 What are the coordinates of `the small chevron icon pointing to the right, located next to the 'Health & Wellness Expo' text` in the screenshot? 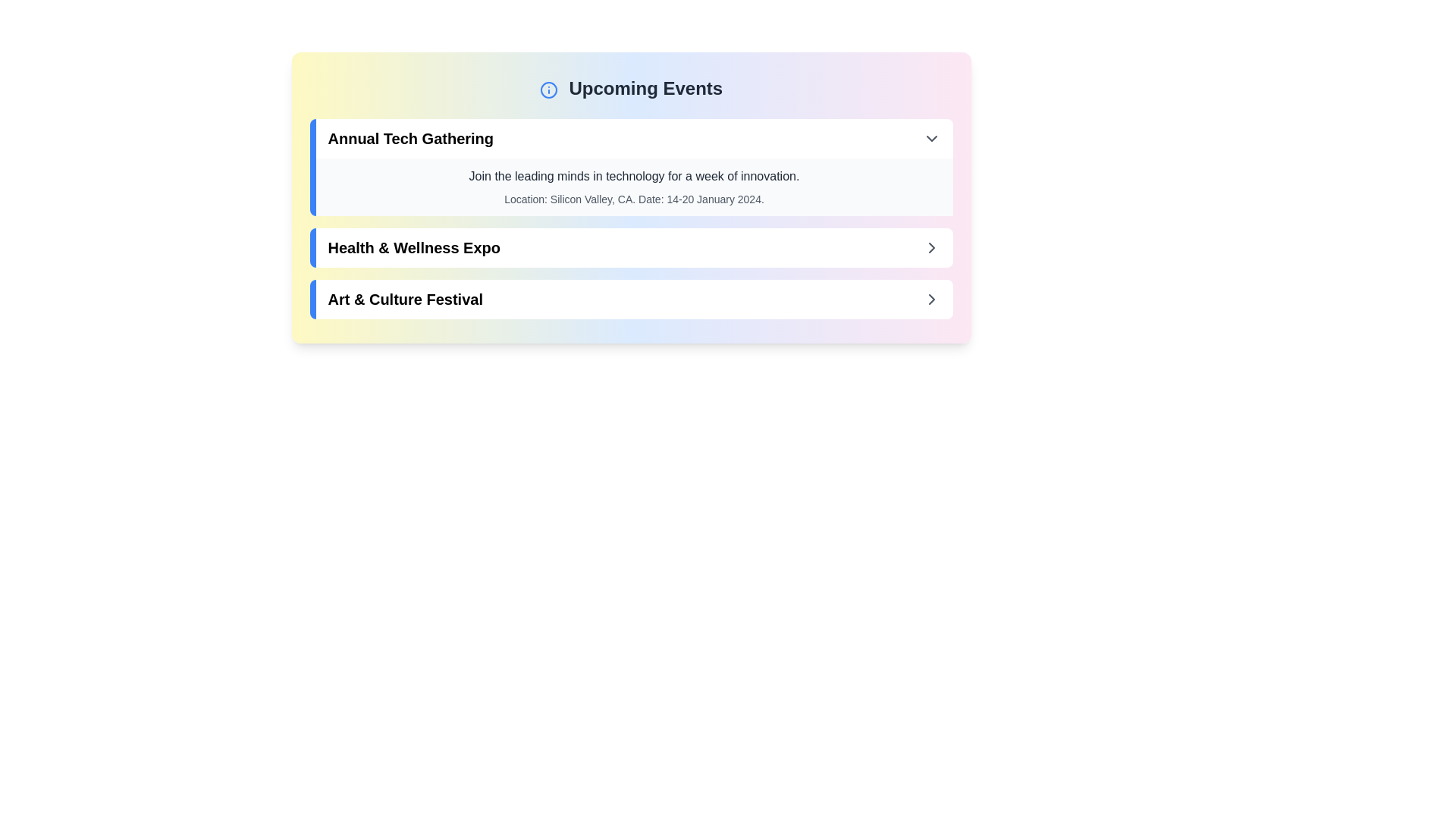 It's located at (930, 247).